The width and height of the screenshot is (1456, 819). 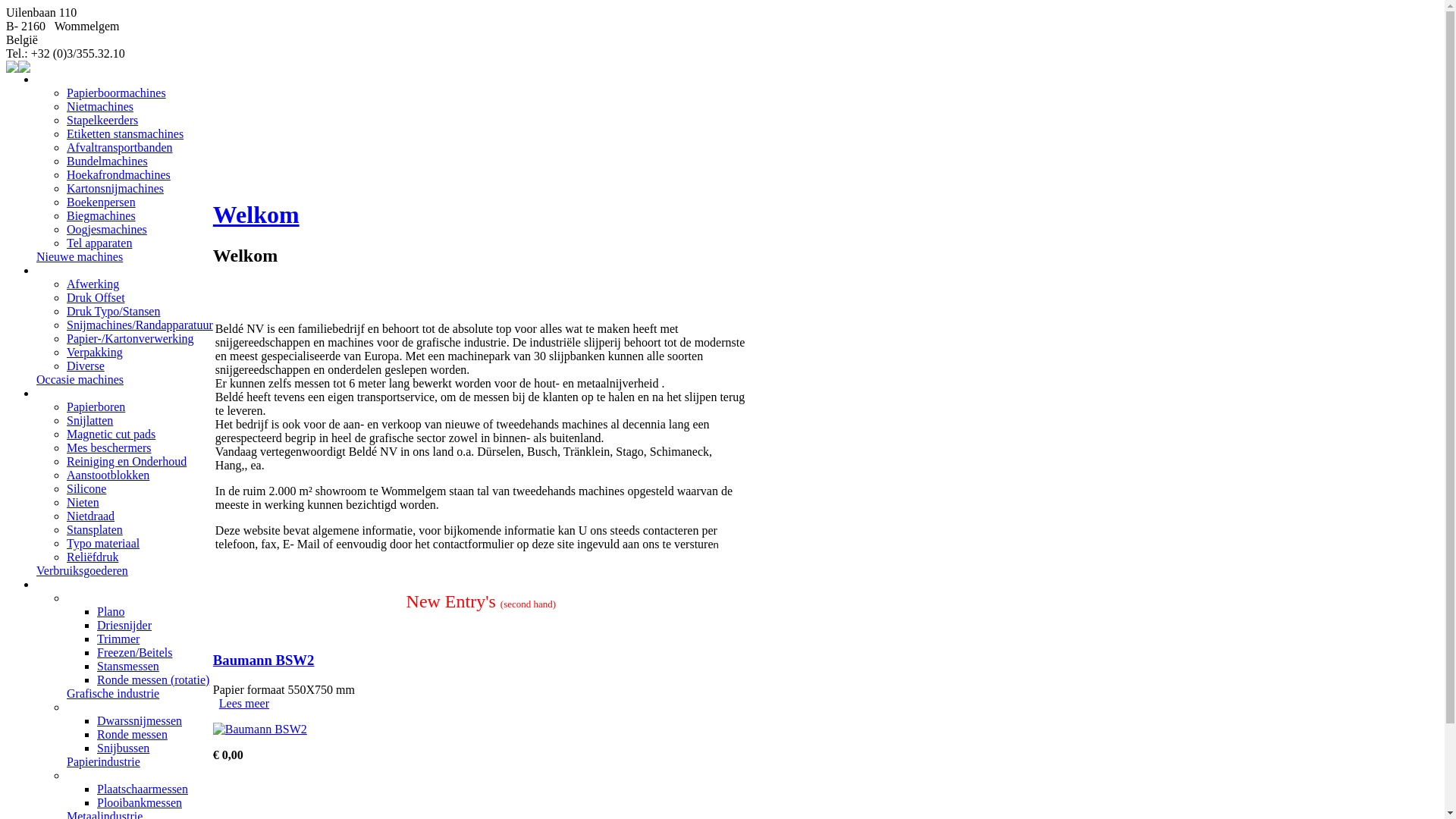 I want to click on 'Mes beschermers', so click(x=108, y=447).